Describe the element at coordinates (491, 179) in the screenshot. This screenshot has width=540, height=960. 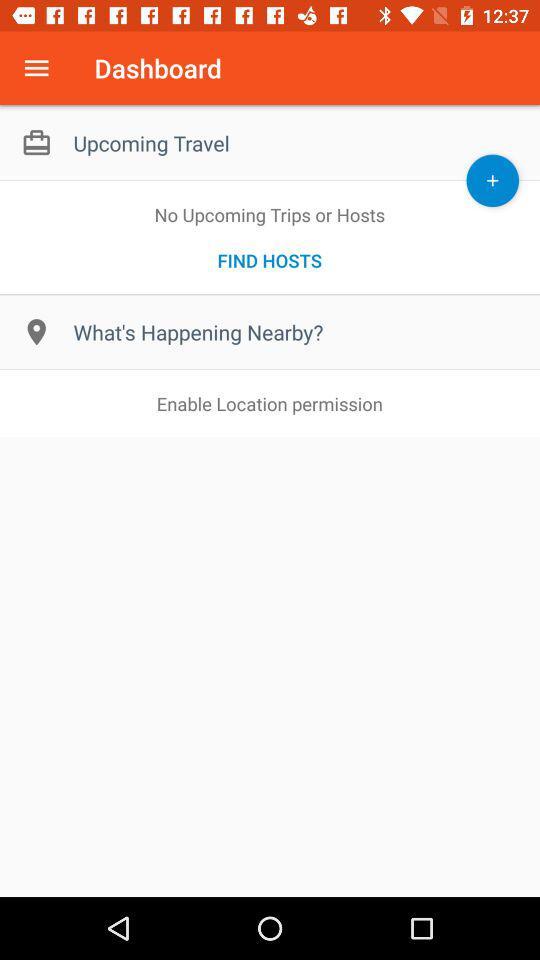
I see `the add icon` at that location.